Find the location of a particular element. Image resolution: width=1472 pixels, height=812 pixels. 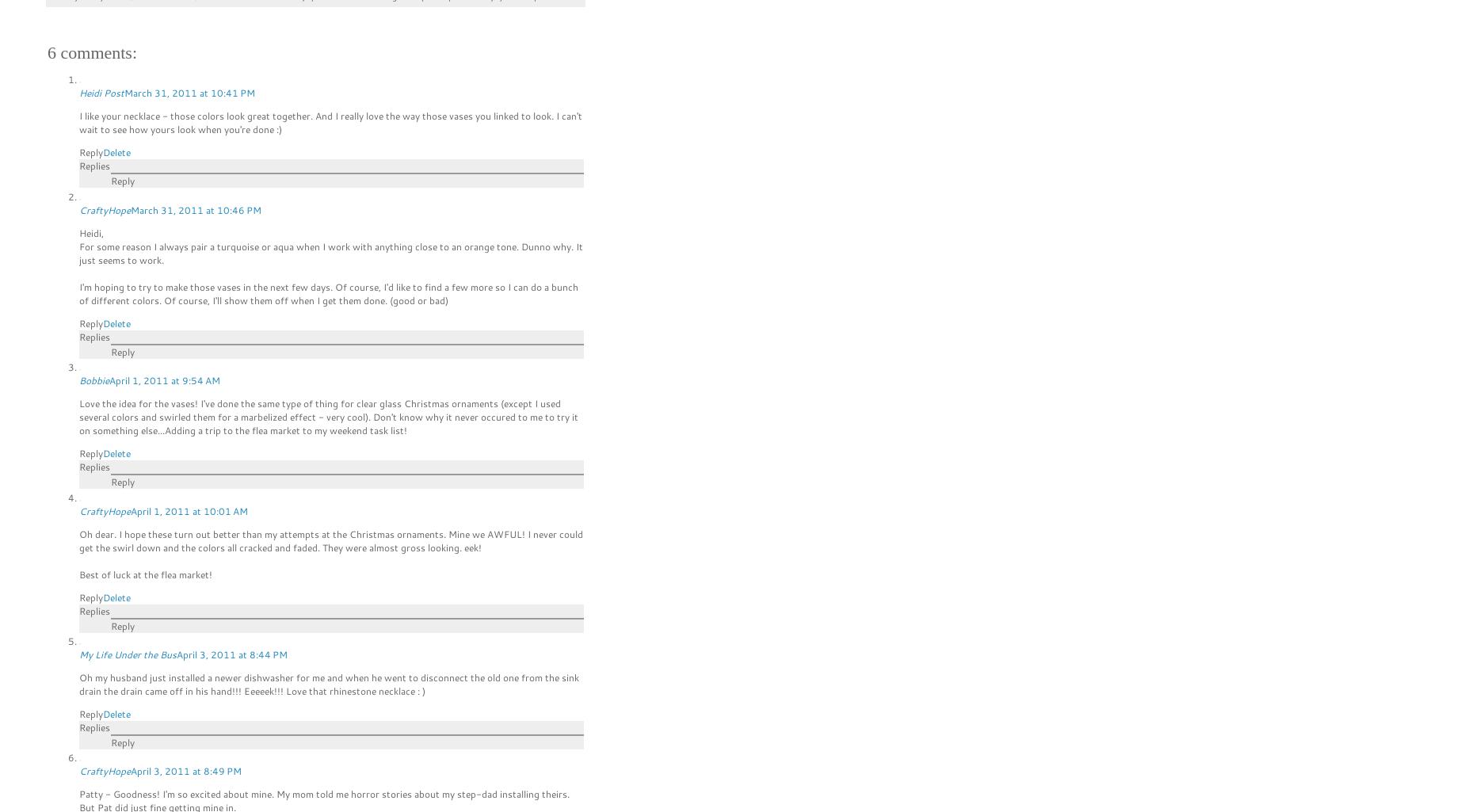

'I like your necklace - those colors look great together. And I really love the way those vases you linked to look. I can't wait to see how yours look when you're done :)' is located at coordinates (330, 121).